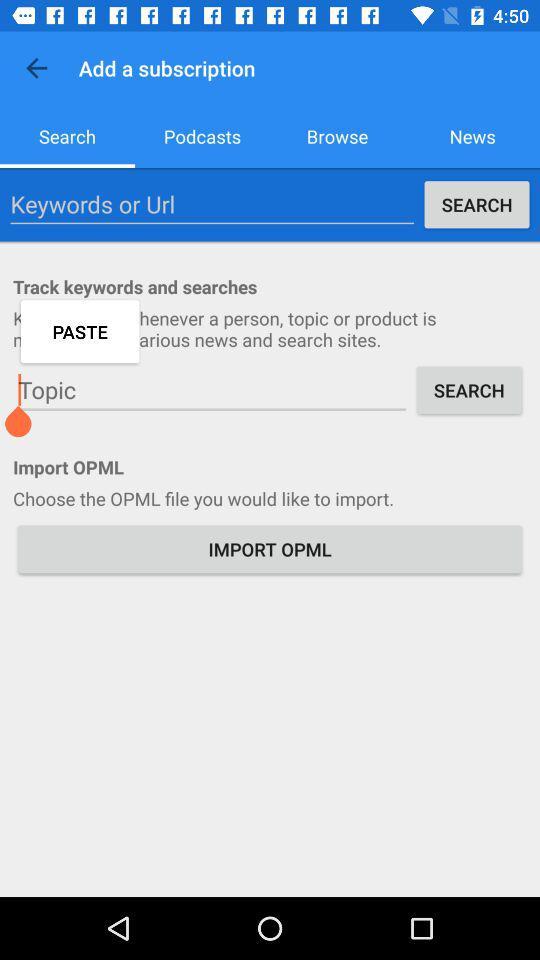  I want to click on item next to add a subscription app, so click(36, 68).